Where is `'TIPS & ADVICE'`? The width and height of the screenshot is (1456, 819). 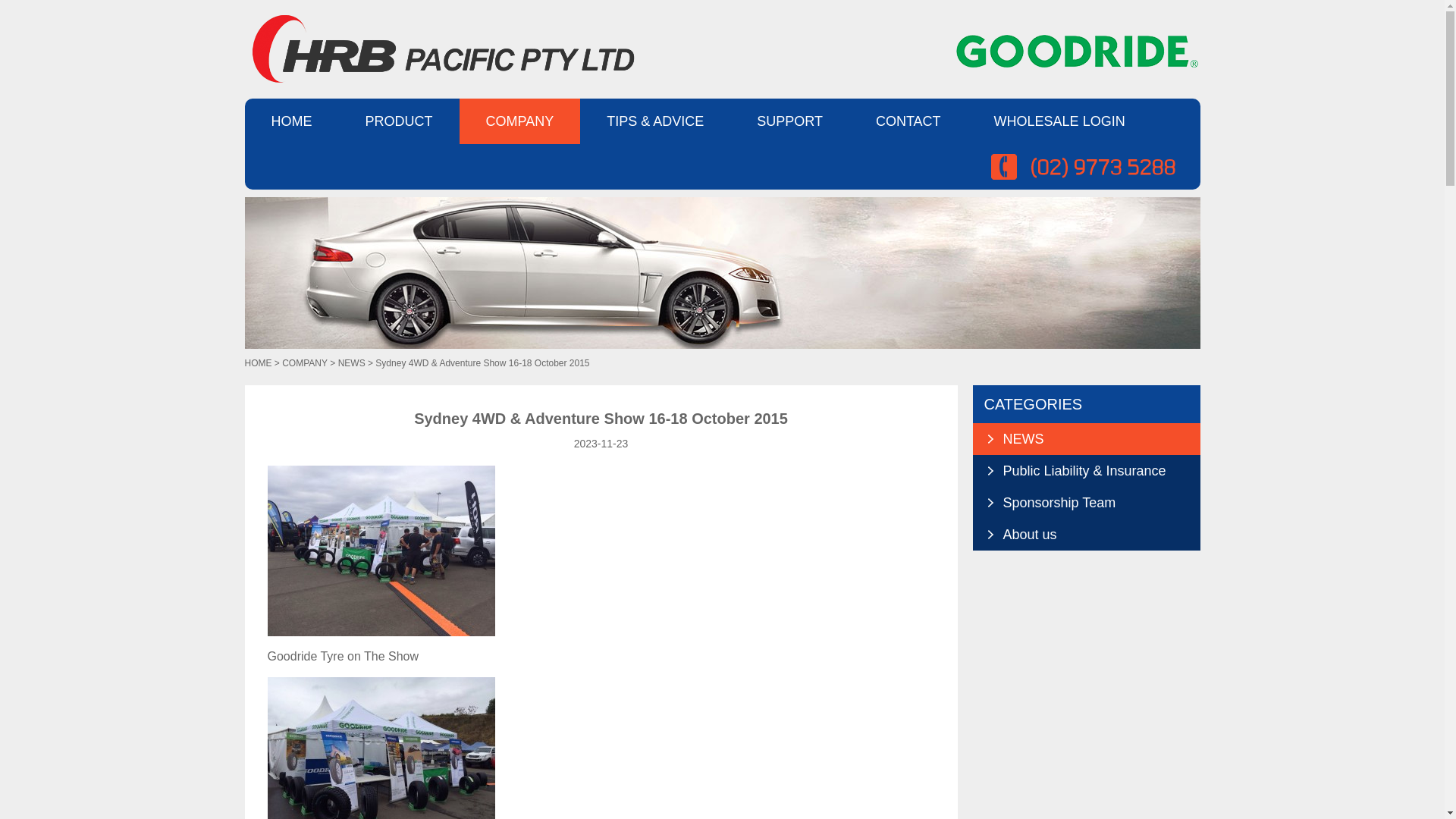 'TIPS & ADVICE' is located at coordinates (655, 120).